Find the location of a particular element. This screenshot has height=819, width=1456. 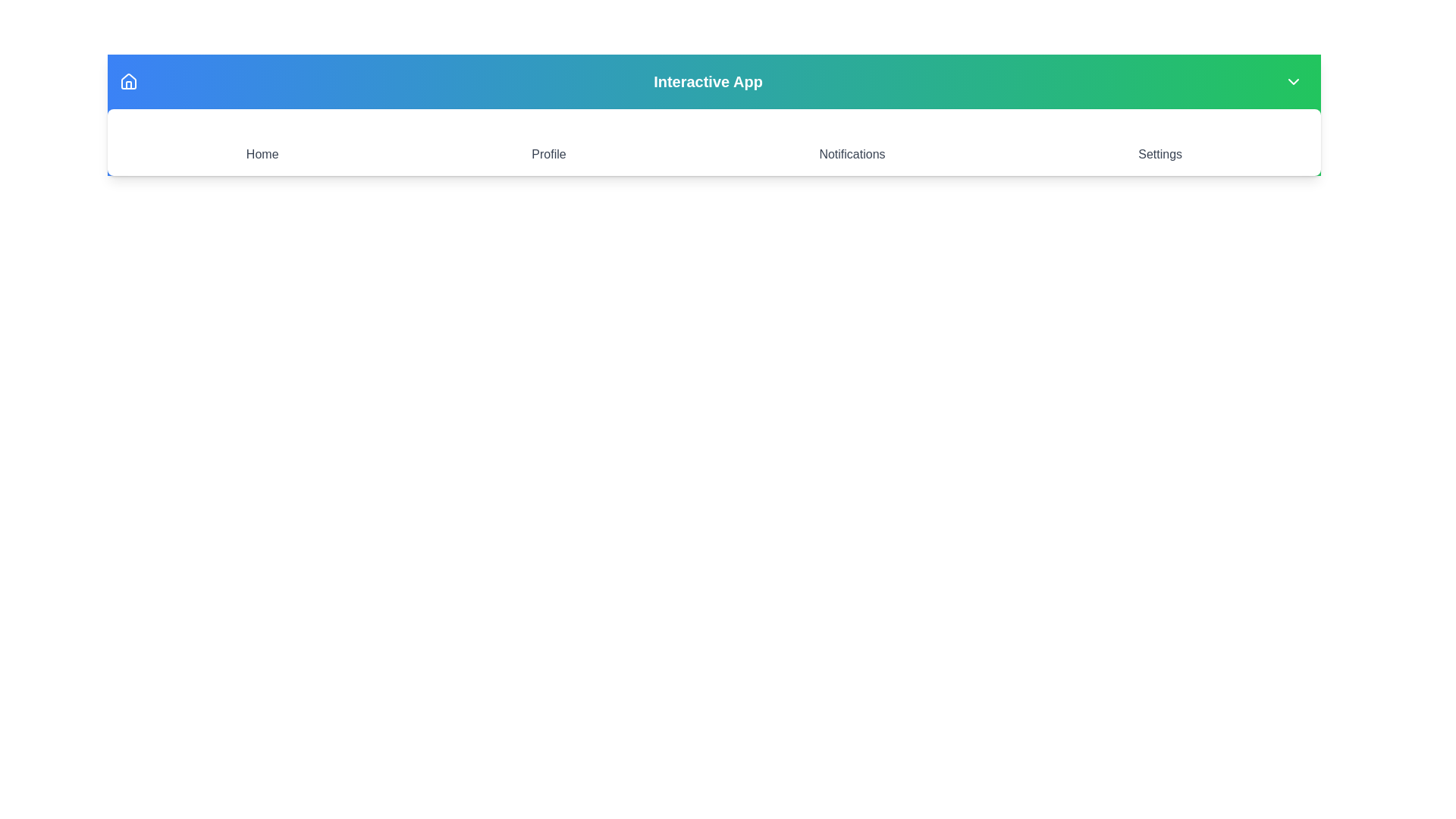

the Notifications icon to navigate to the corresponding section is located at coordinates (852, 143).